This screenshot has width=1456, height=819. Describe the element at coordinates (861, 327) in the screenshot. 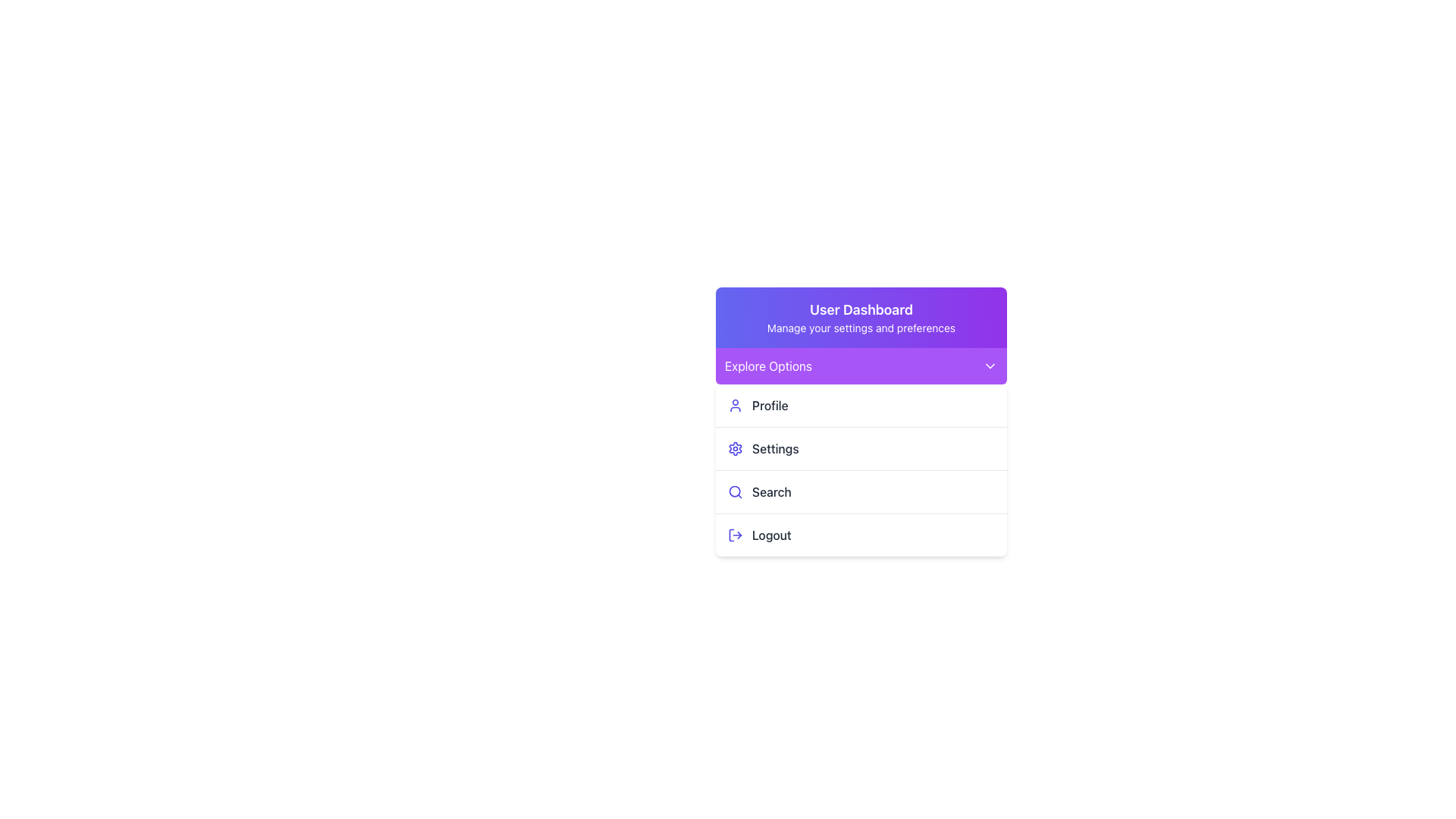

I see `the text label that says 'Manage your settings and preferences', which is located directly beneath the bold title 'User Dashboard' in the header section` at that location.